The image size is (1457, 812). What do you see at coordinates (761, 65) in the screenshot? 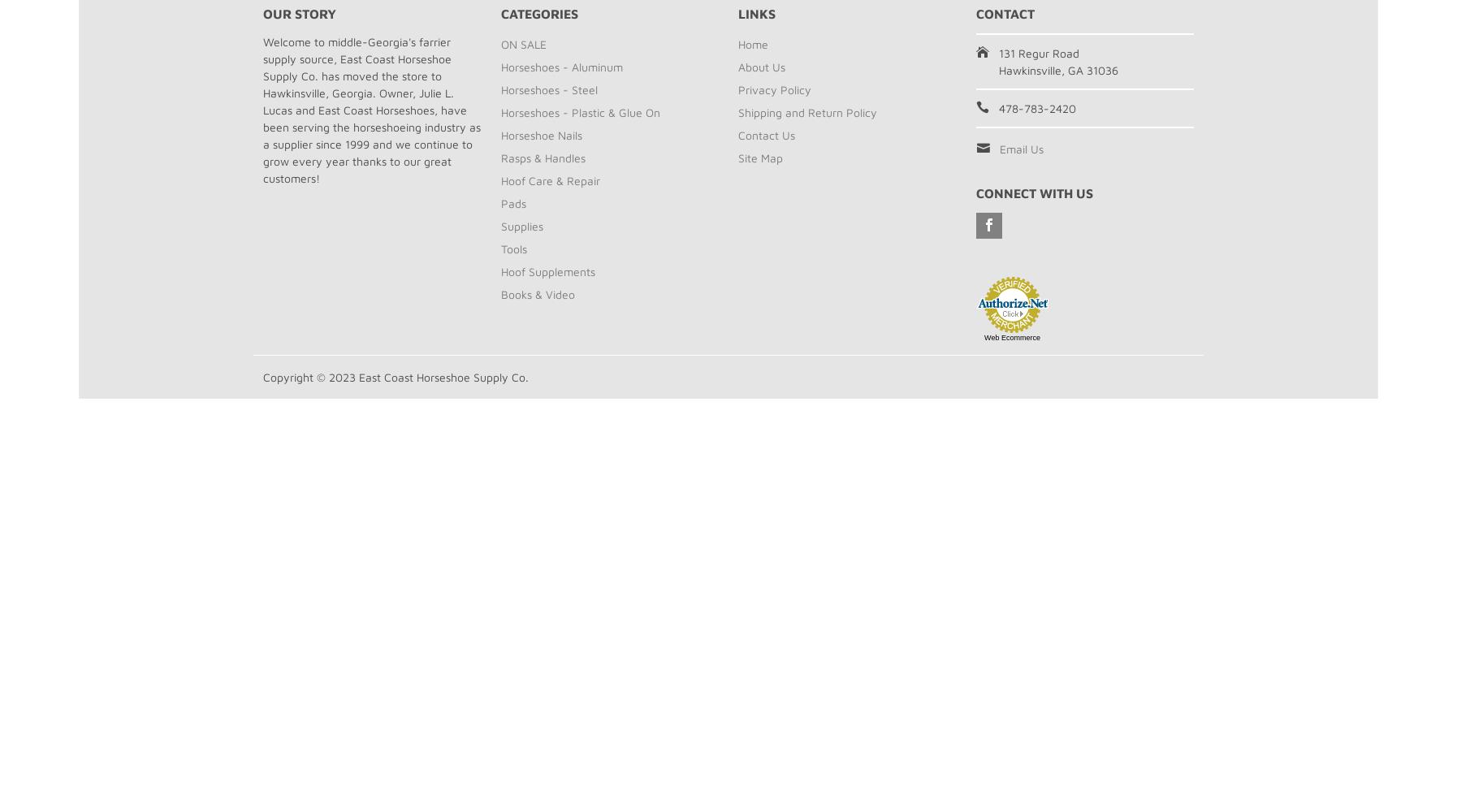
I see `'About Us'` at bounding box center [761, 65].